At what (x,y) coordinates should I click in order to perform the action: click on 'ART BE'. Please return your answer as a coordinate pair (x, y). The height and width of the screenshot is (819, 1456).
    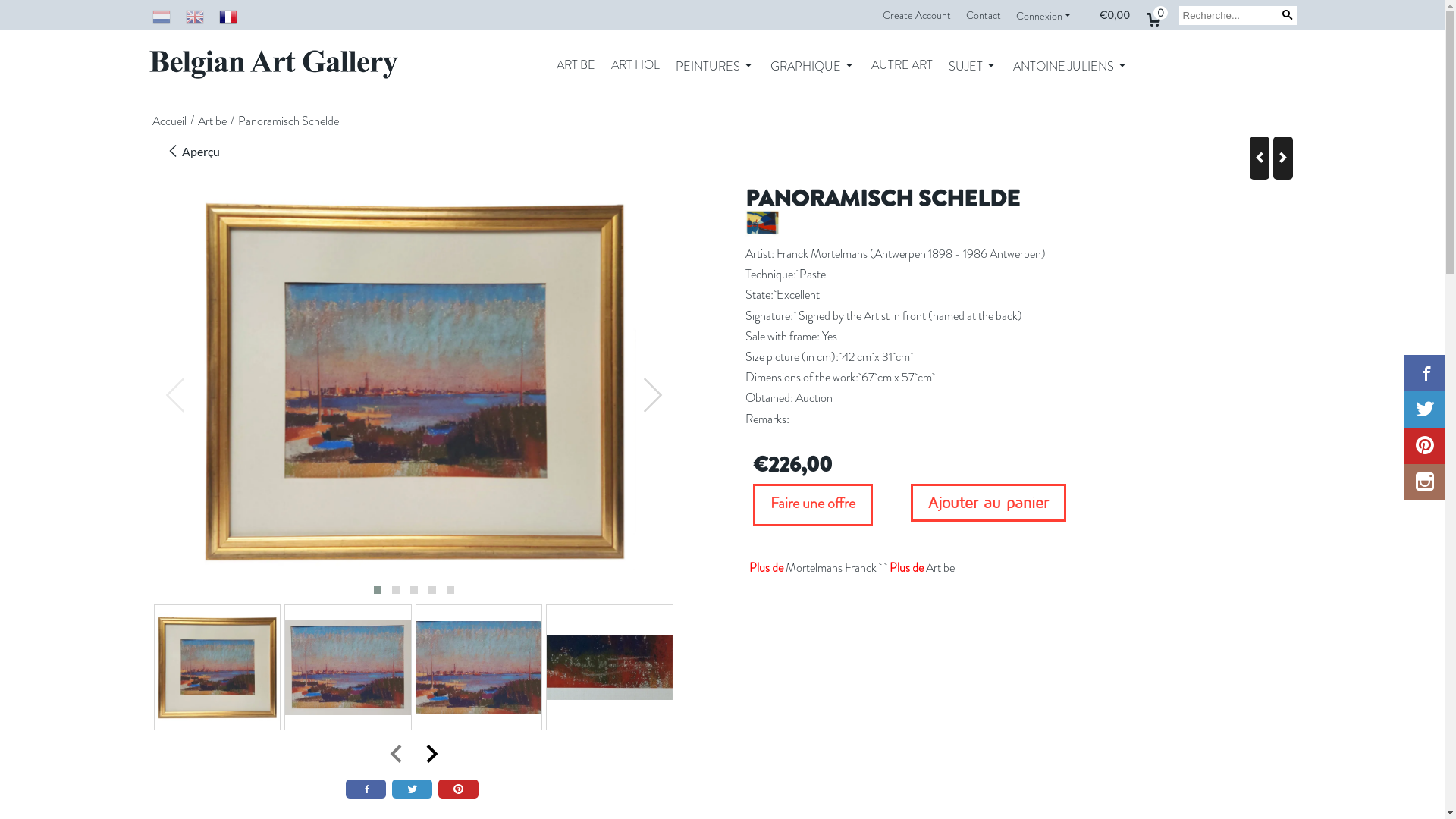
    Looking at the image, I should click on (575, 64).